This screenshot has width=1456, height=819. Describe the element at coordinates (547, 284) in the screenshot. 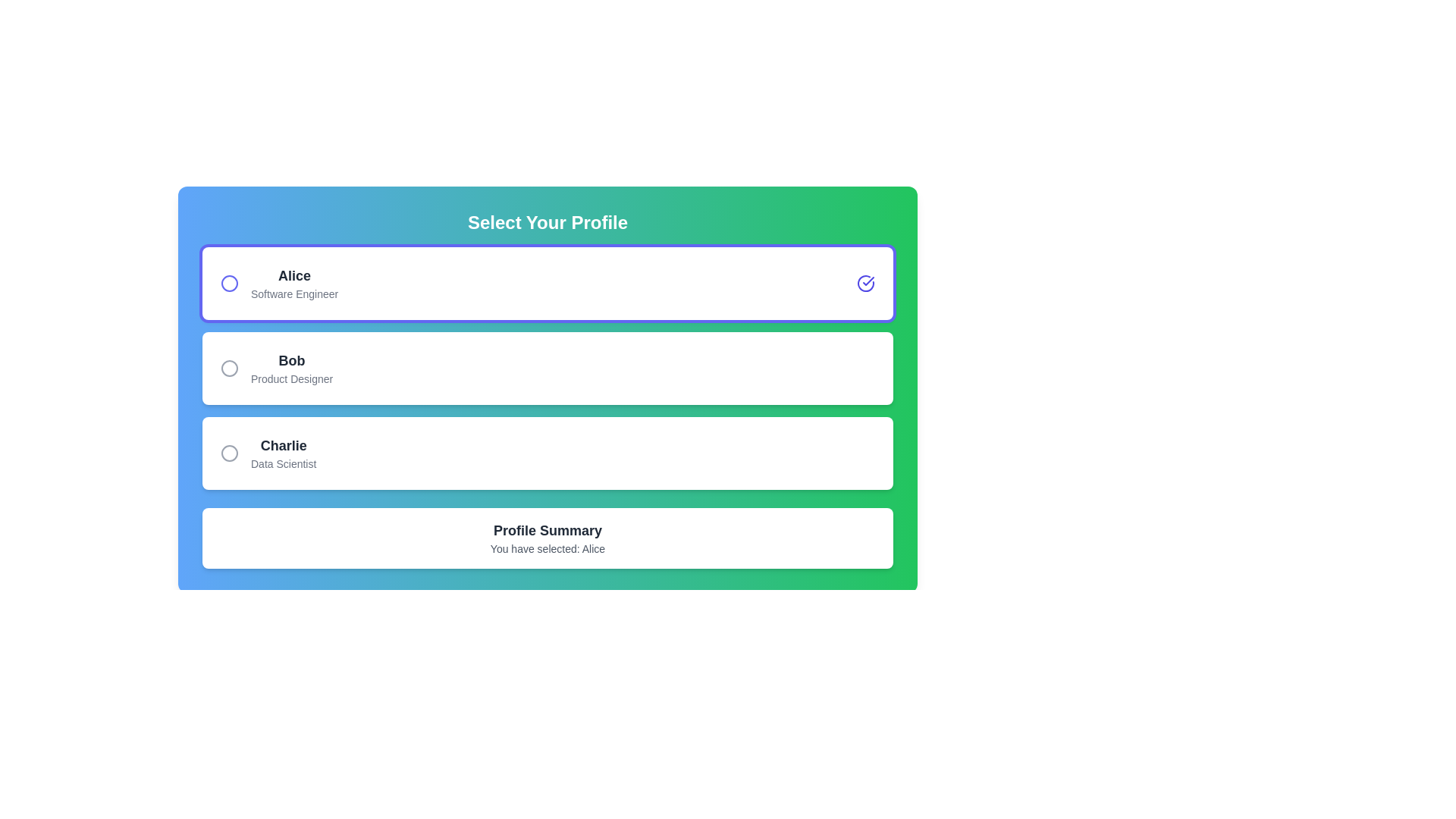

I see `the Profile Card displaying 'Alice' as the first profile in the column` at that location.